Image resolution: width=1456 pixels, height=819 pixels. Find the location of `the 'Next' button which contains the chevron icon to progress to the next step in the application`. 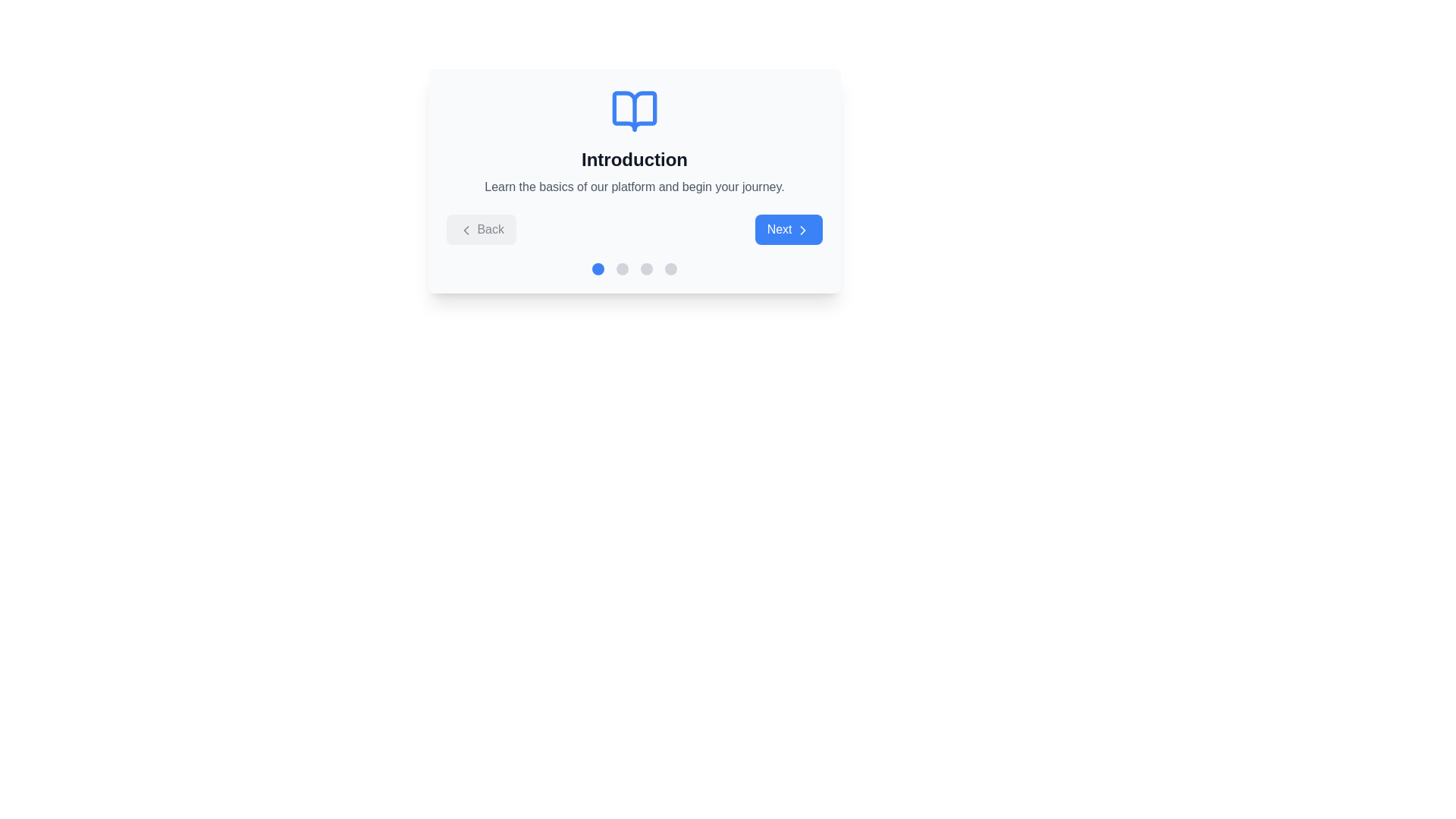

the 'Next' button which contains the chevron icon to progress to the next step in the application is located at coordinates (802, 230).